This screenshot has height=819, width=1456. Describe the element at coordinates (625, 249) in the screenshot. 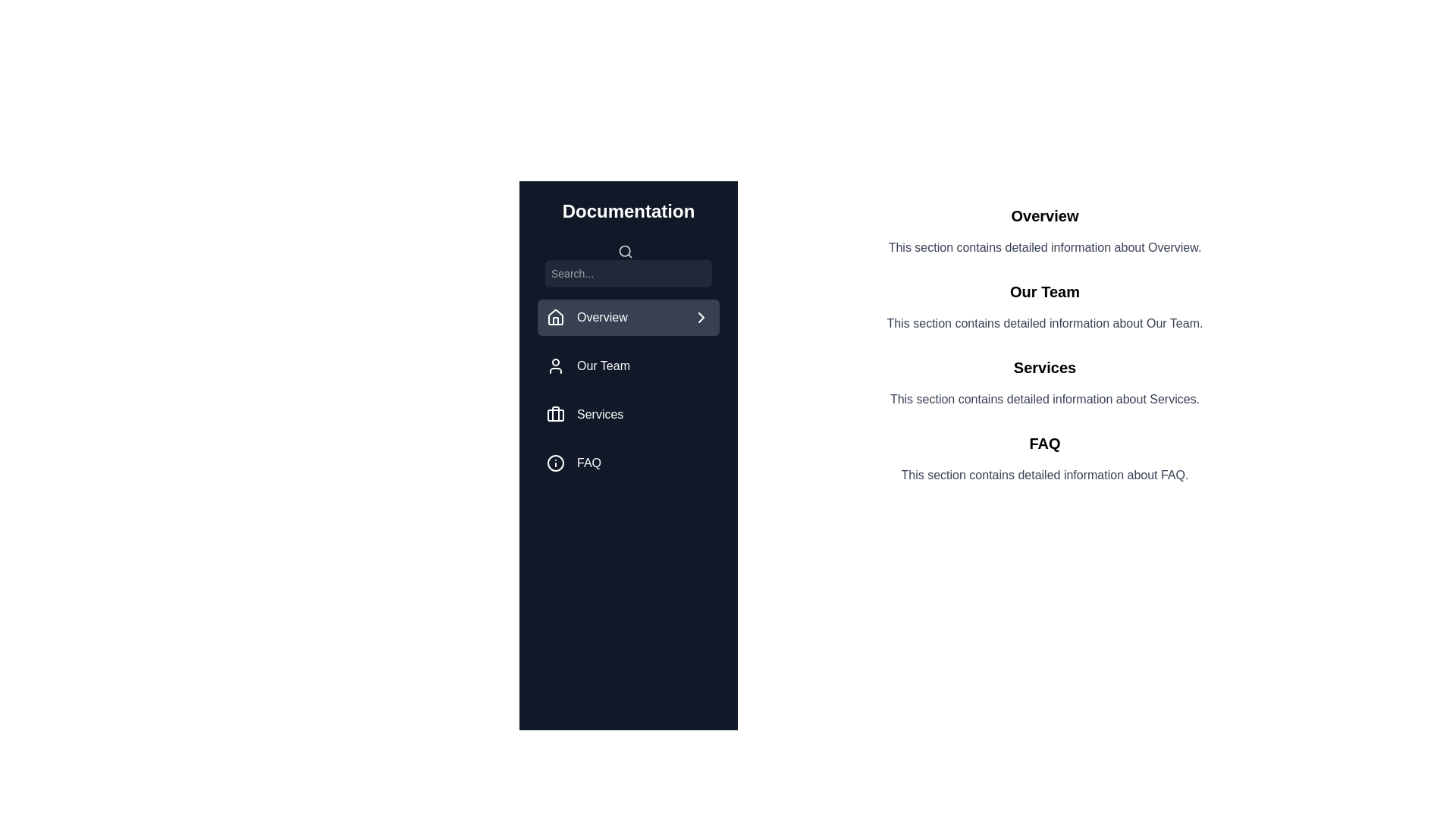

I see `the search icon located in the left sidebar, which is represented by the circle element of the magnifying glass design` at that location.